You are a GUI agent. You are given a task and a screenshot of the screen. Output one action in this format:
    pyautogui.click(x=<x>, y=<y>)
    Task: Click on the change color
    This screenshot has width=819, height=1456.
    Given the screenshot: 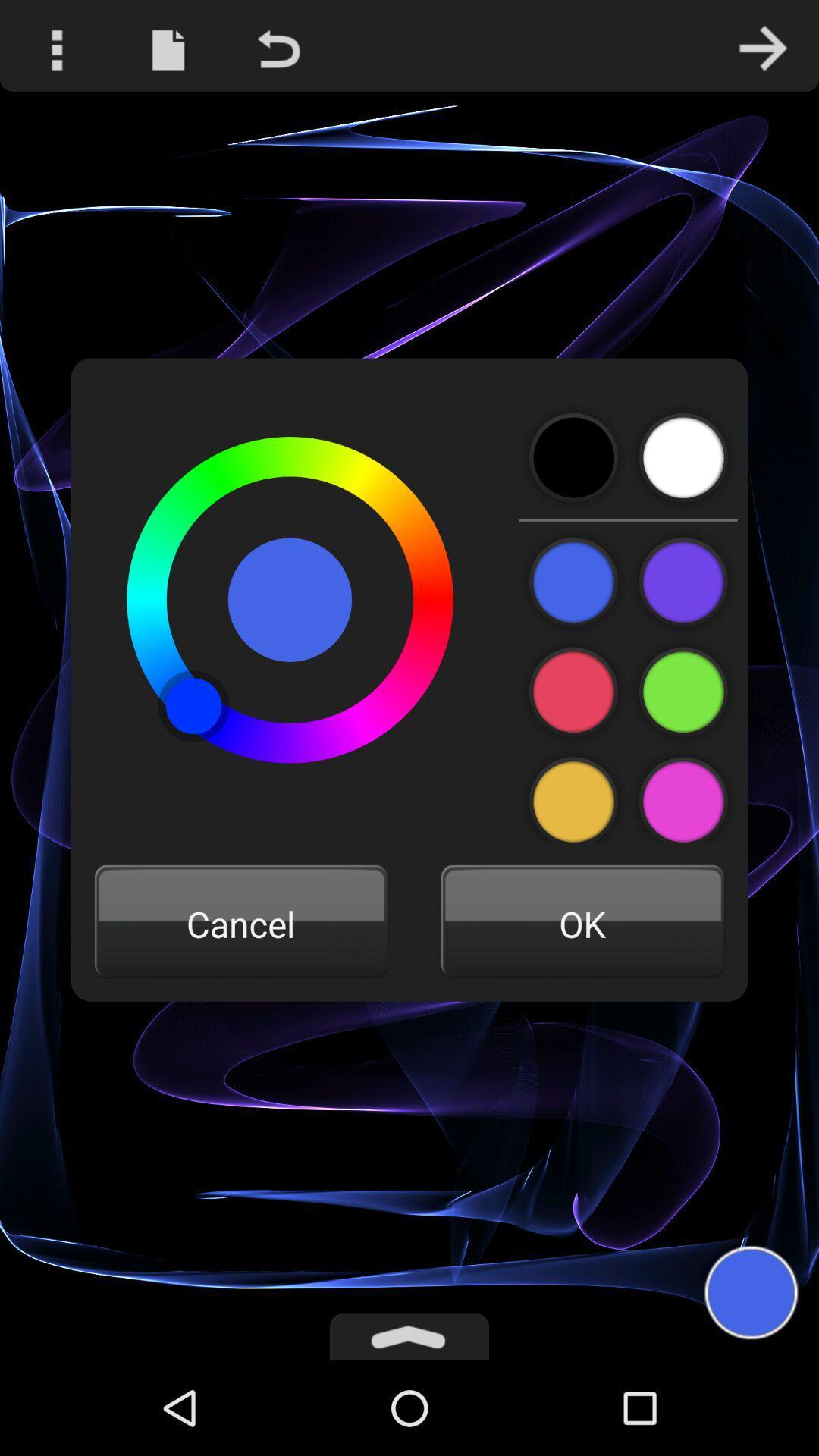 What is the action you would take?
    pyautogui.click(x=574, y=582)
    